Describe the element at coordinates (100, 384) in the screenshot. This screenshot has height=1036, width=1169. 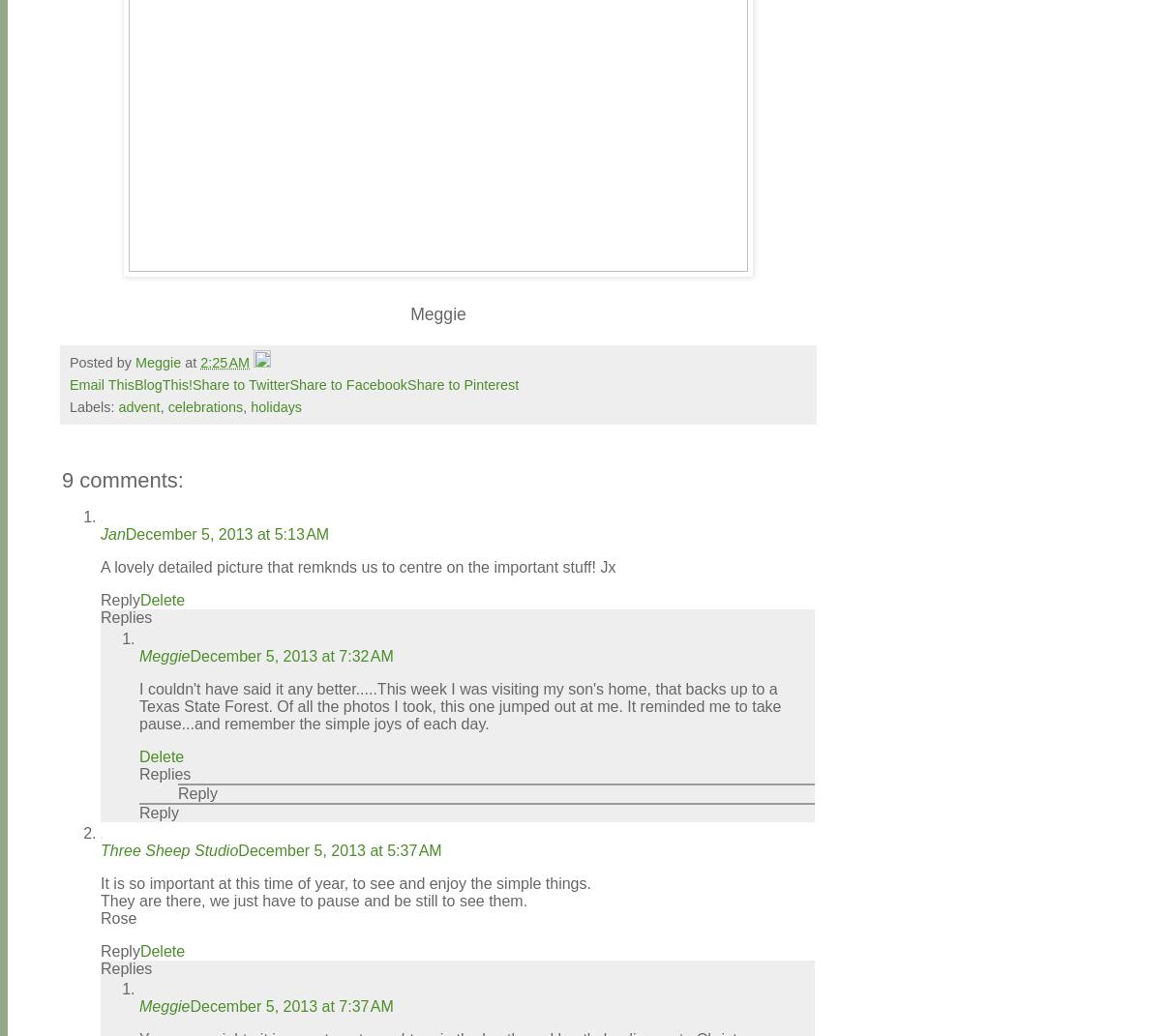
I see `'Email This'` at that location.